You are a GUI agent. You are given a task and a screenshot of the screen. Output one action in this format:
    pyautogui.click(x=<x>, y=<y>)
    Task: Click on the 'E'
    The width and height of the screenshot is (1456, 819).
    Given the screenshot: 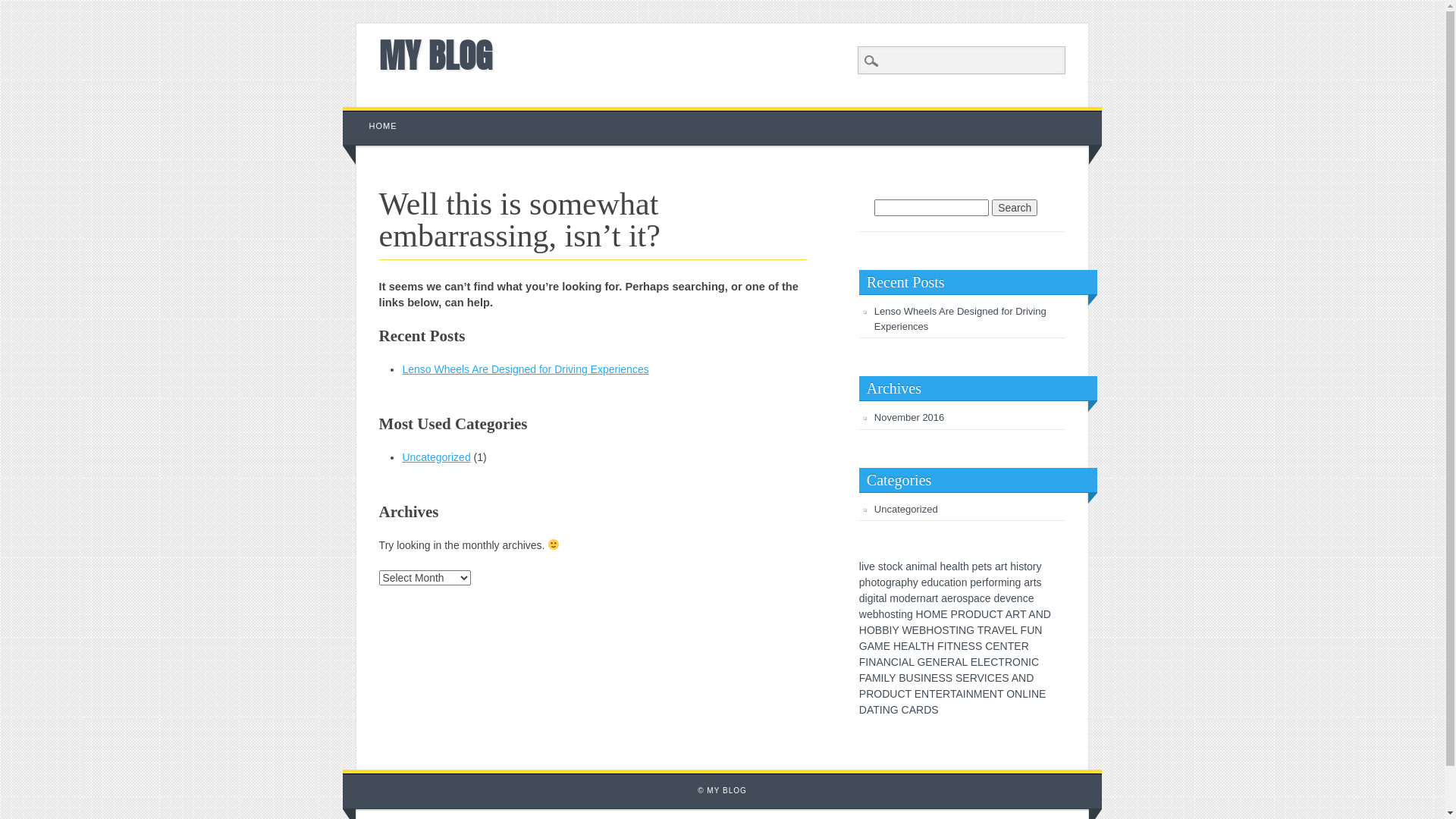 What is the action you would take?
    pyautogui.click(x=917, y=693)
    